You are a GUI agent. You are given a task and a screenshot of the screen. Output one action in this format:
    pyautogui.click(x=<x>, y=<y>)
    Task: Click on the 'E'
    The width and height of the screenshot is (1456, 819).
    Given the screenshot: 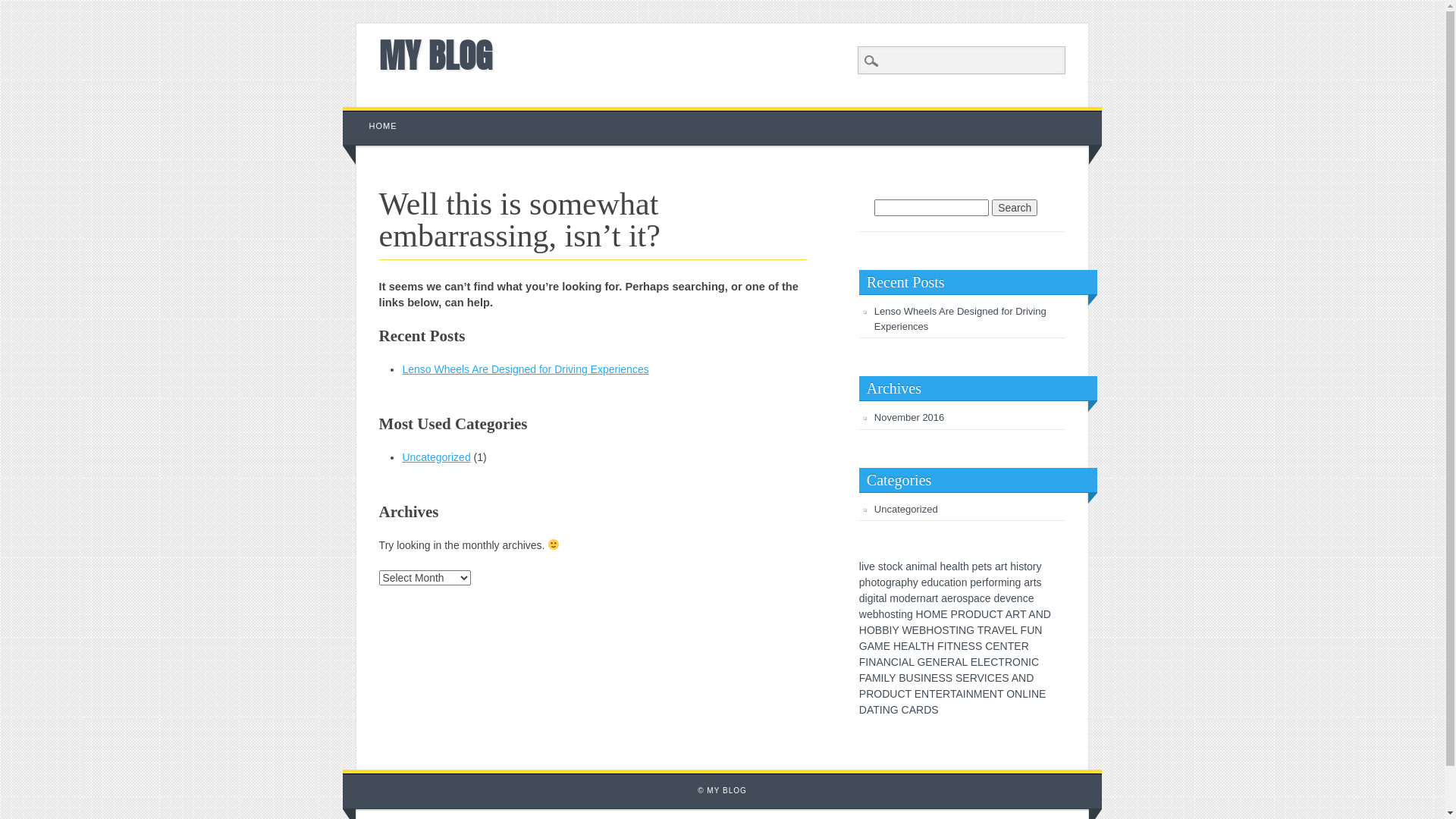 What is the action you would take?
    pyautogui.click(x=917, y=693)
    